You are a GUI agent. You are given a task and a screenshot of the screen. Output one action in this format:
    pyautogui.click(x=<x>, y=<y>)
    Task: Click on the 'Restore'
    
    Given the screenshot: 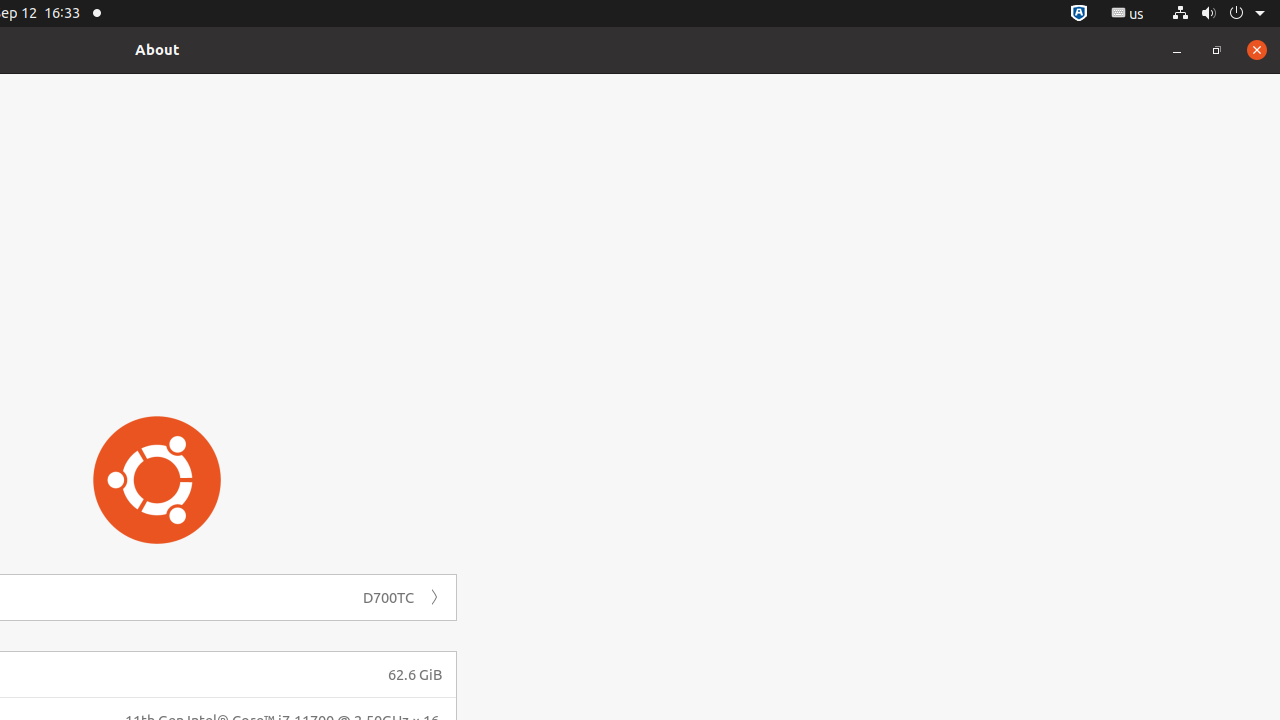 What is the action you would take?
    pyautogui.click(x=1216, y=48)
    